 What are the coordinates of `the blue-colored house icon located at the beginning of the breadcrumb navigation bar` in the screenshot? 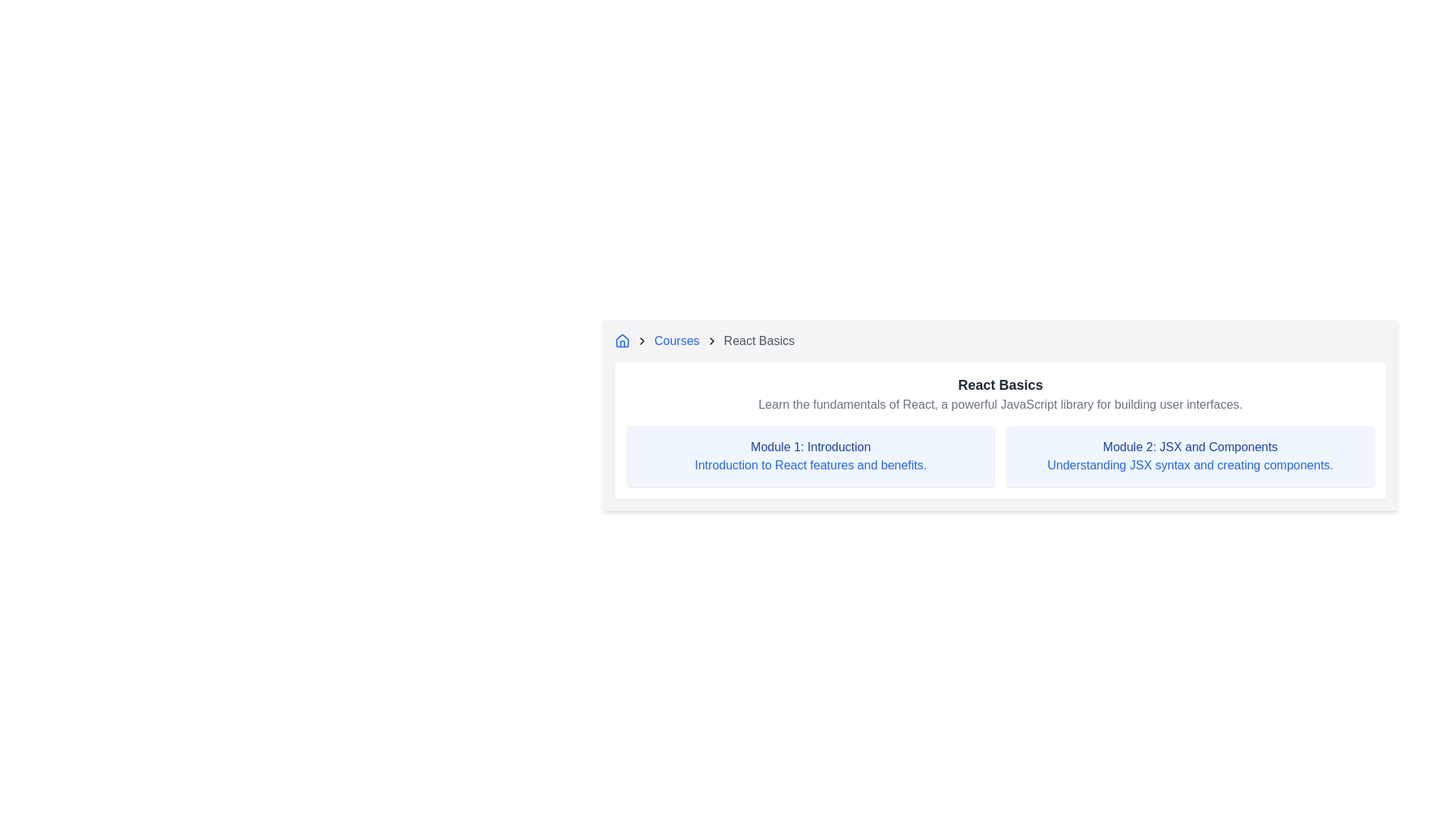 It's located at (622, 341).